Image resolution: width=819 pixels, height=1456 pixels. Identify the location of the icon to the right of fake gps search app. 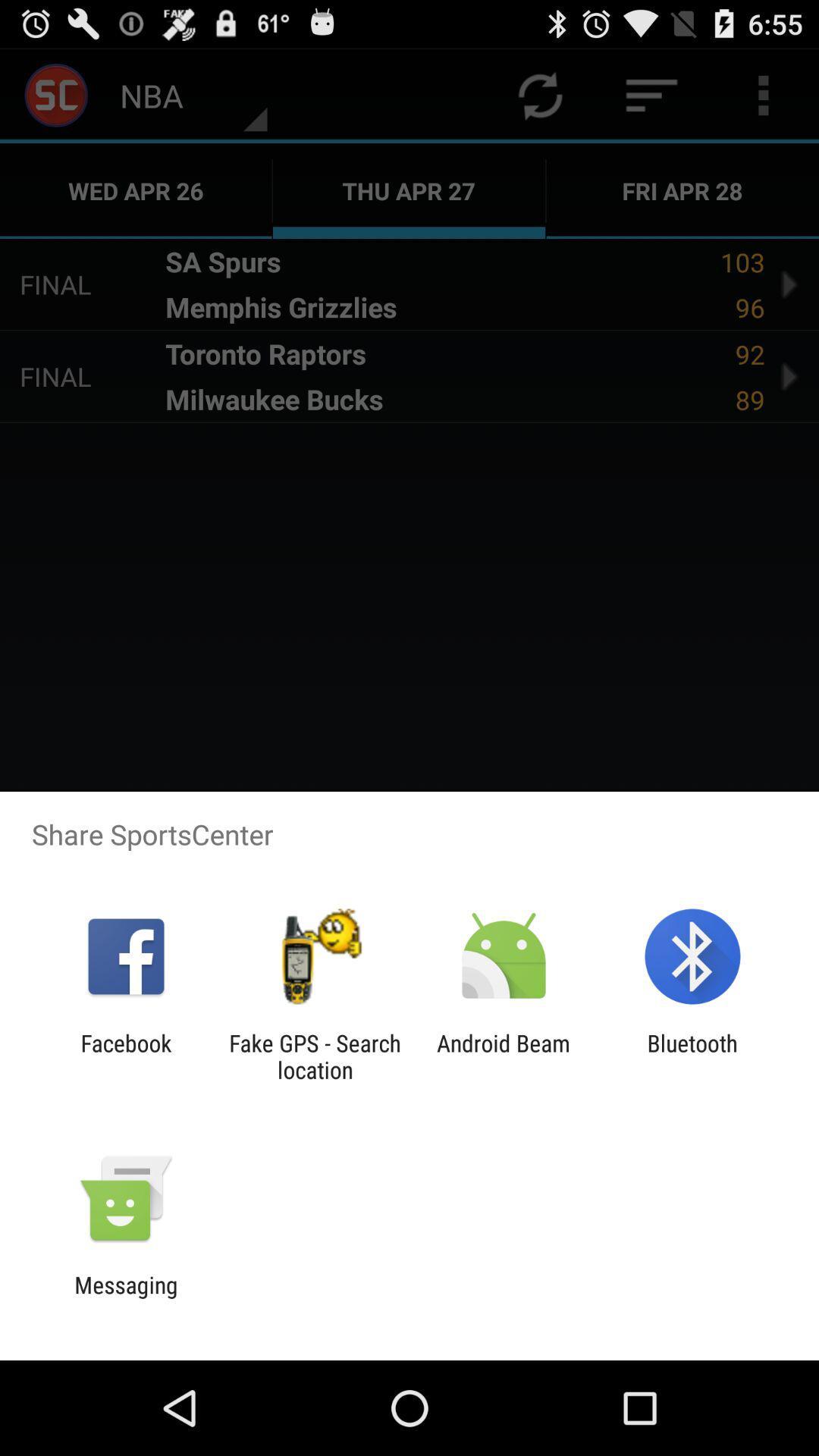
(504, 1056).